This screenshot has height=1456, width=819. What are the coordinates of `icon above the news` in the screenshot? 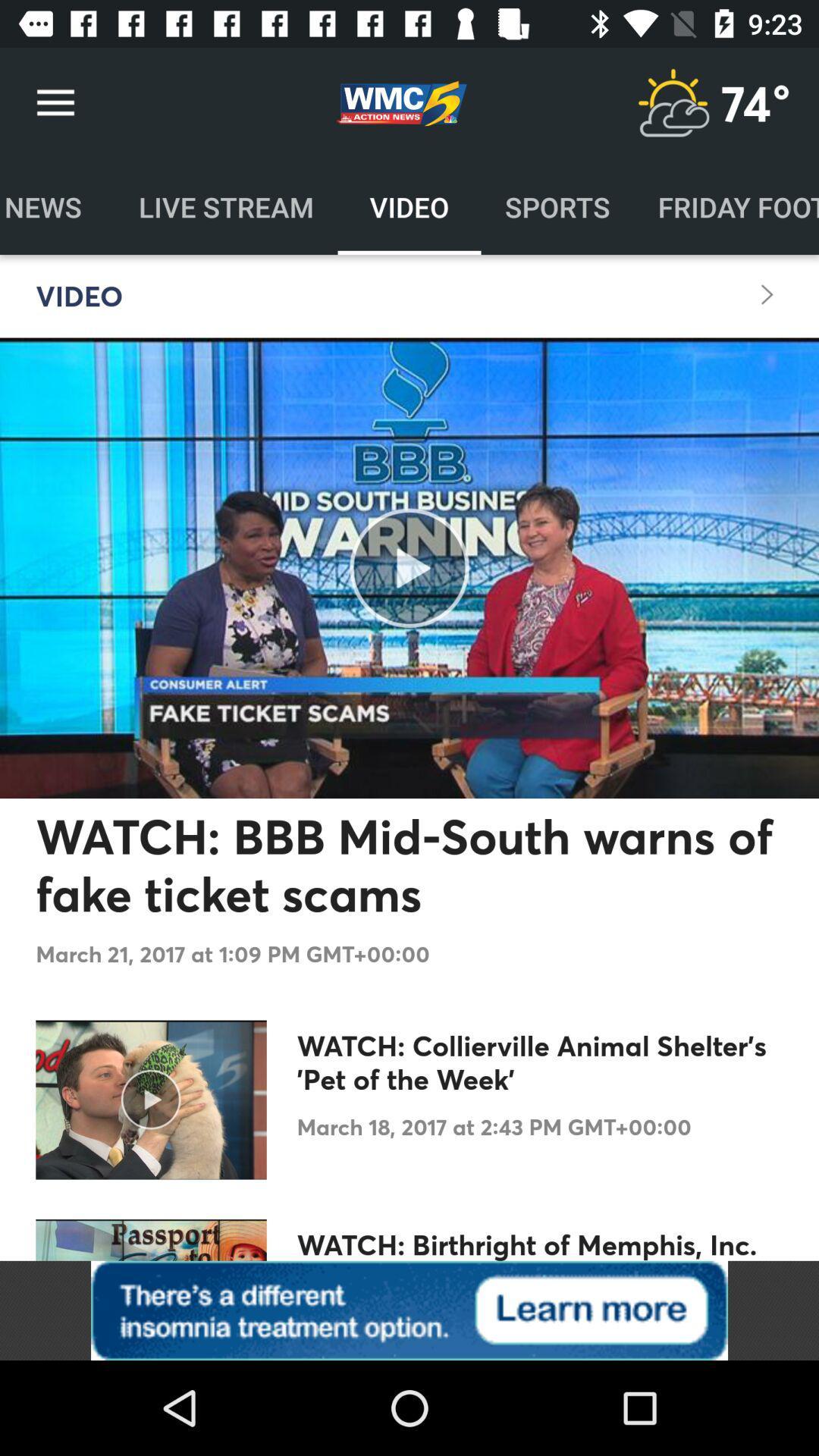 It's located at (55, 102).